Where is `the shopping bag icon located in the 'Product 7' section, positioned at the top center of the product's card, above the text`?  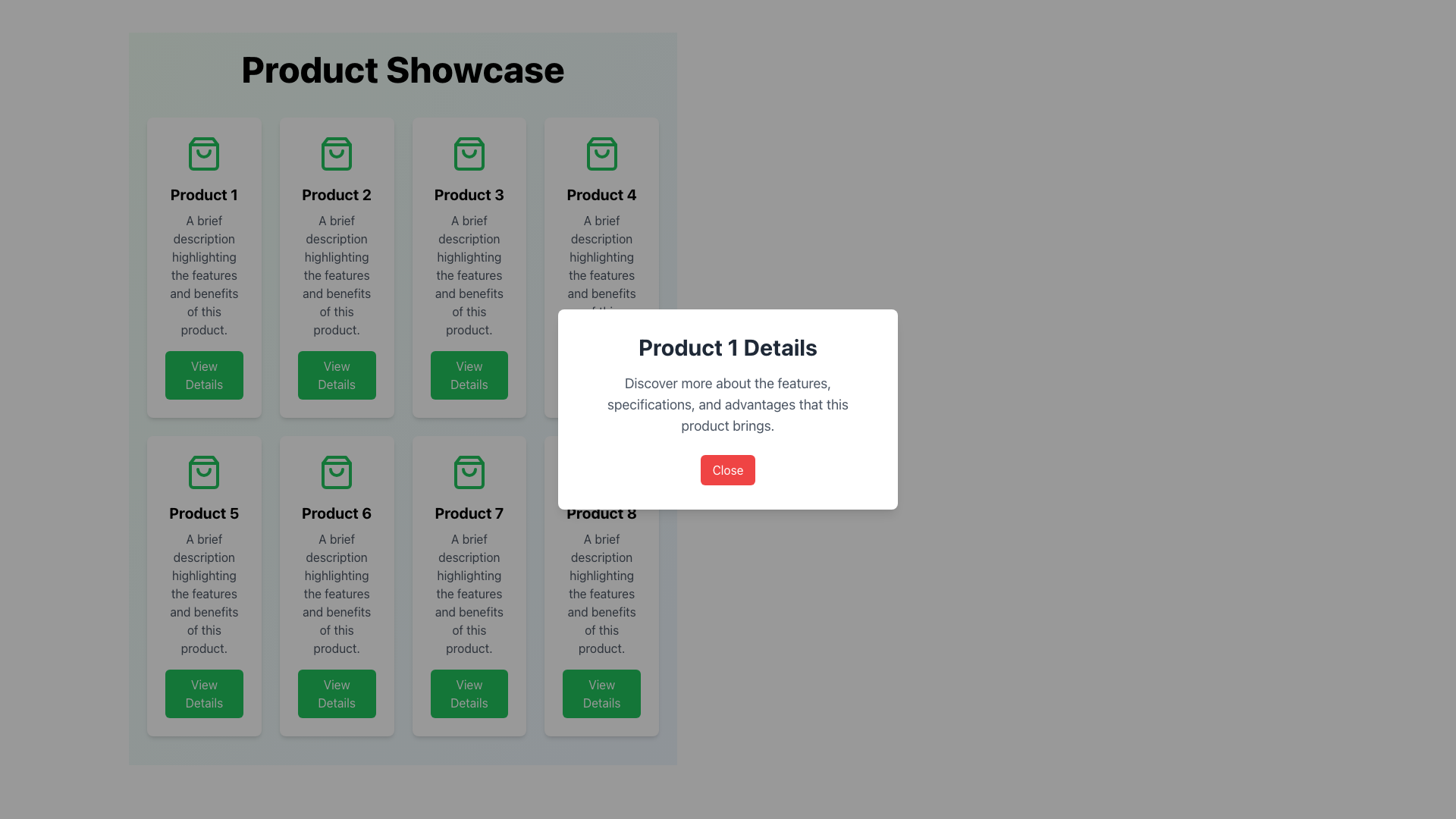 the shopping bag icon located in the 'Product 7' section, positioned at the top center of the product's card, above the text is located at coordinates (468, 472).